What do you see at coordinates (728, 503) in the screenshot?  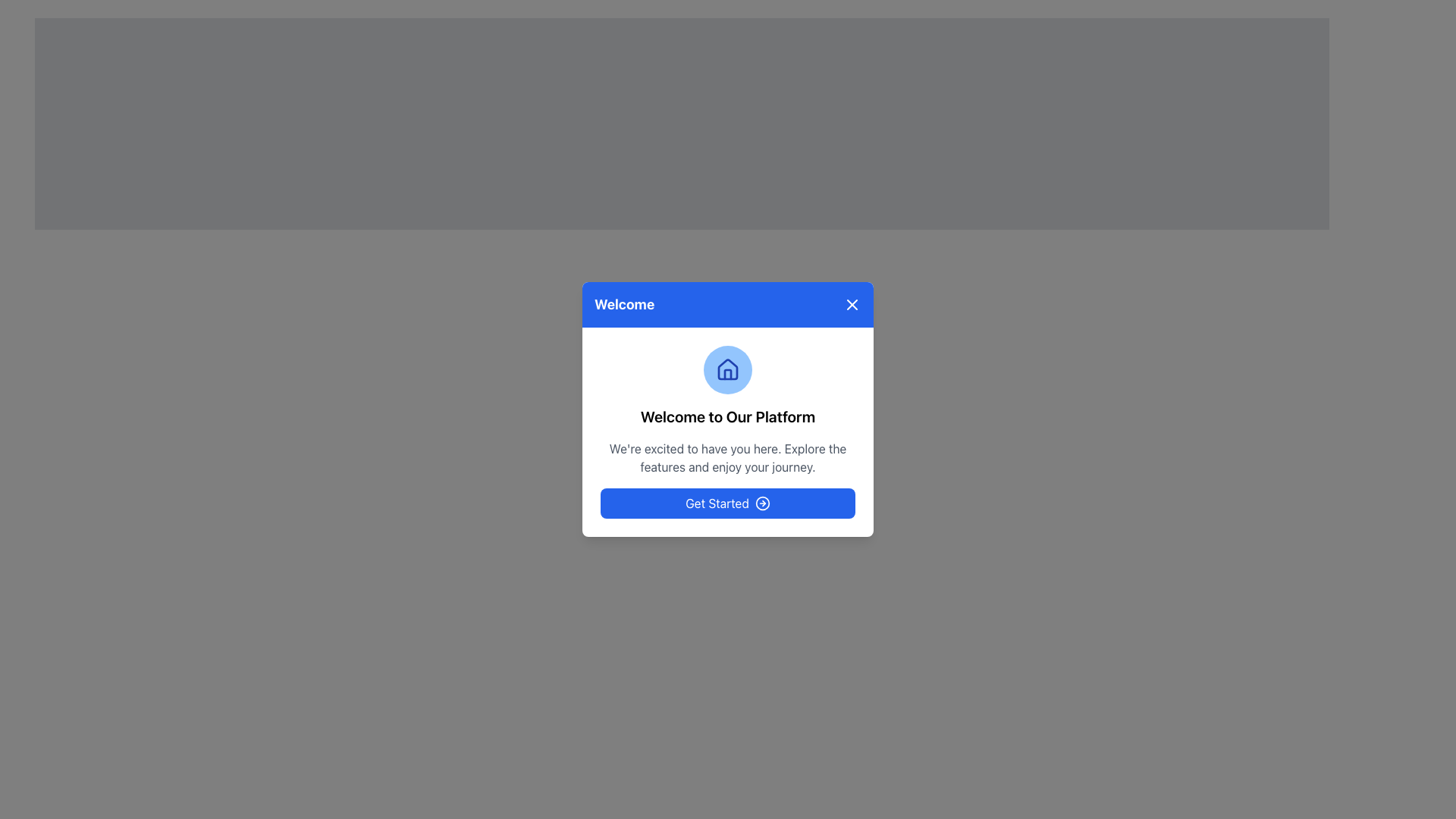 I see `the call-to-action button located at the bottom section of the centered modal box` at bounding box center [728, 503].